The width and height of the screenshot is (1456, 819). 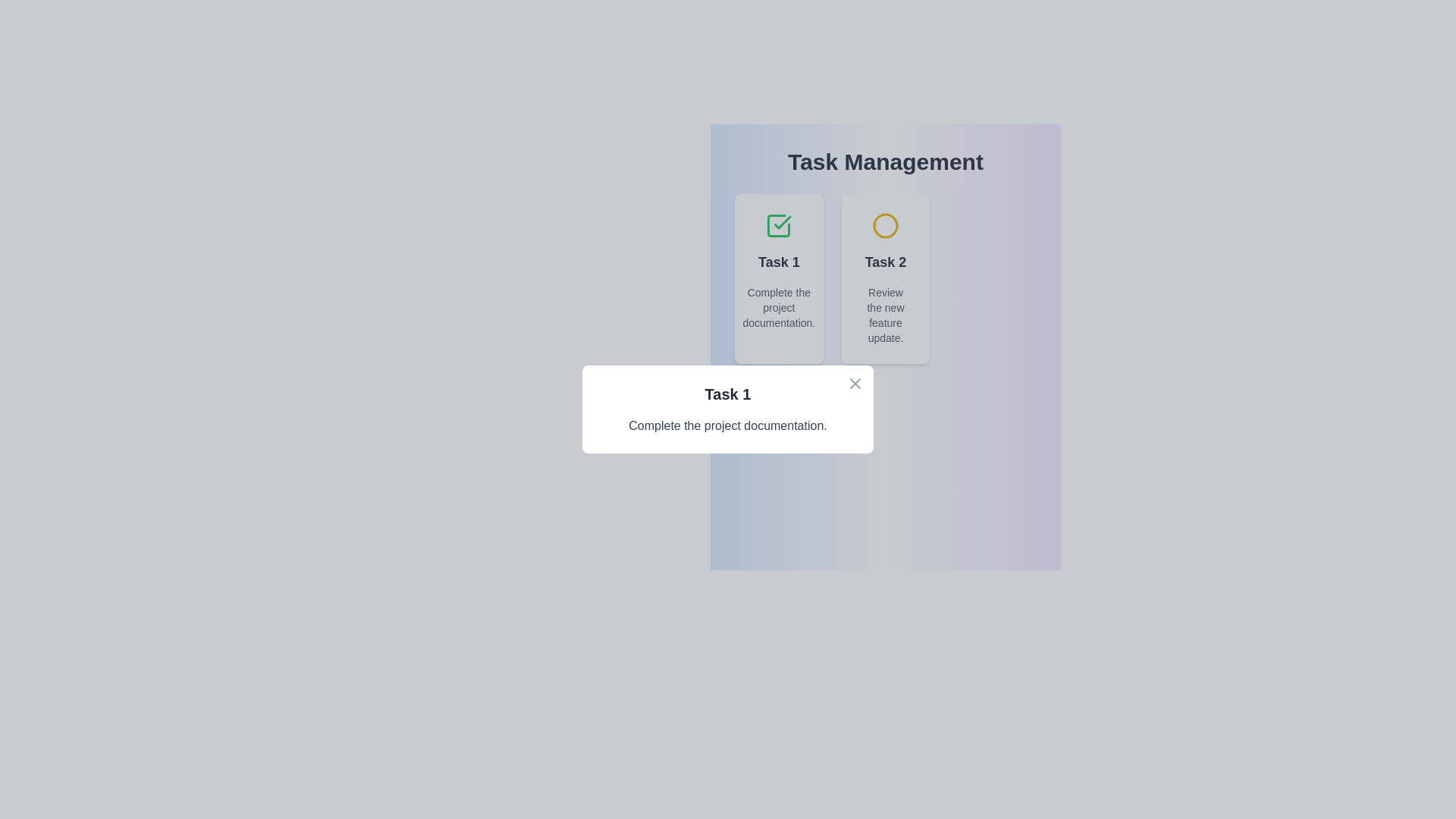 I want to click on the inner circular part of the decorative icon representing 'Task 2' located in the upper-right card of the task list, so click(x=885, y=225).